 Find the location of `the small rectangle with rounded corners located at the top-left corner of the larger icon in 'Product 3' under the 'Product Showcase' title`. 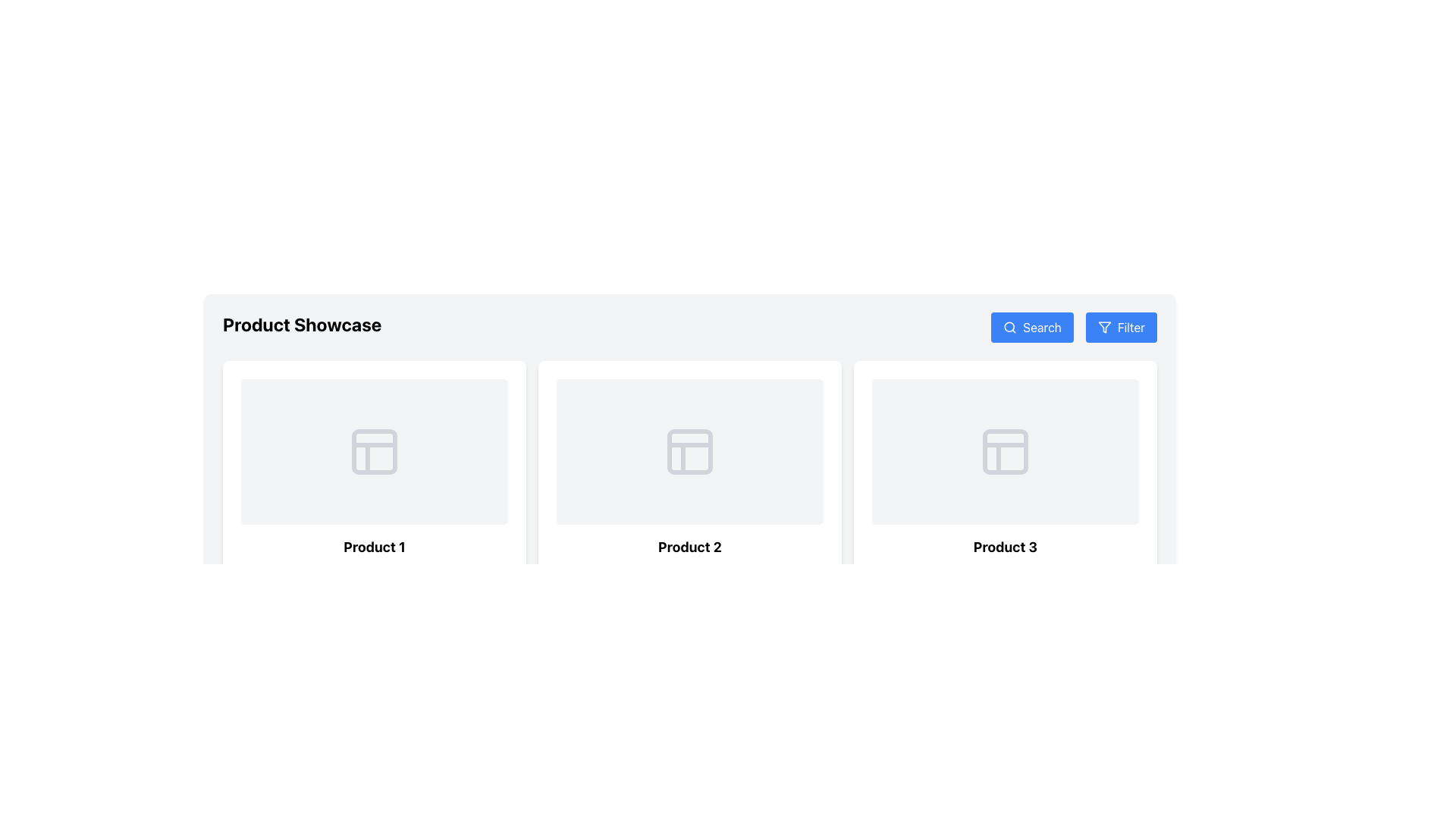

the small rectangle with rounded corners located at the top-left corner of the larger icon in 'Product 3' under the 'Product Showcase' title is located at coordinates (1005, 451).